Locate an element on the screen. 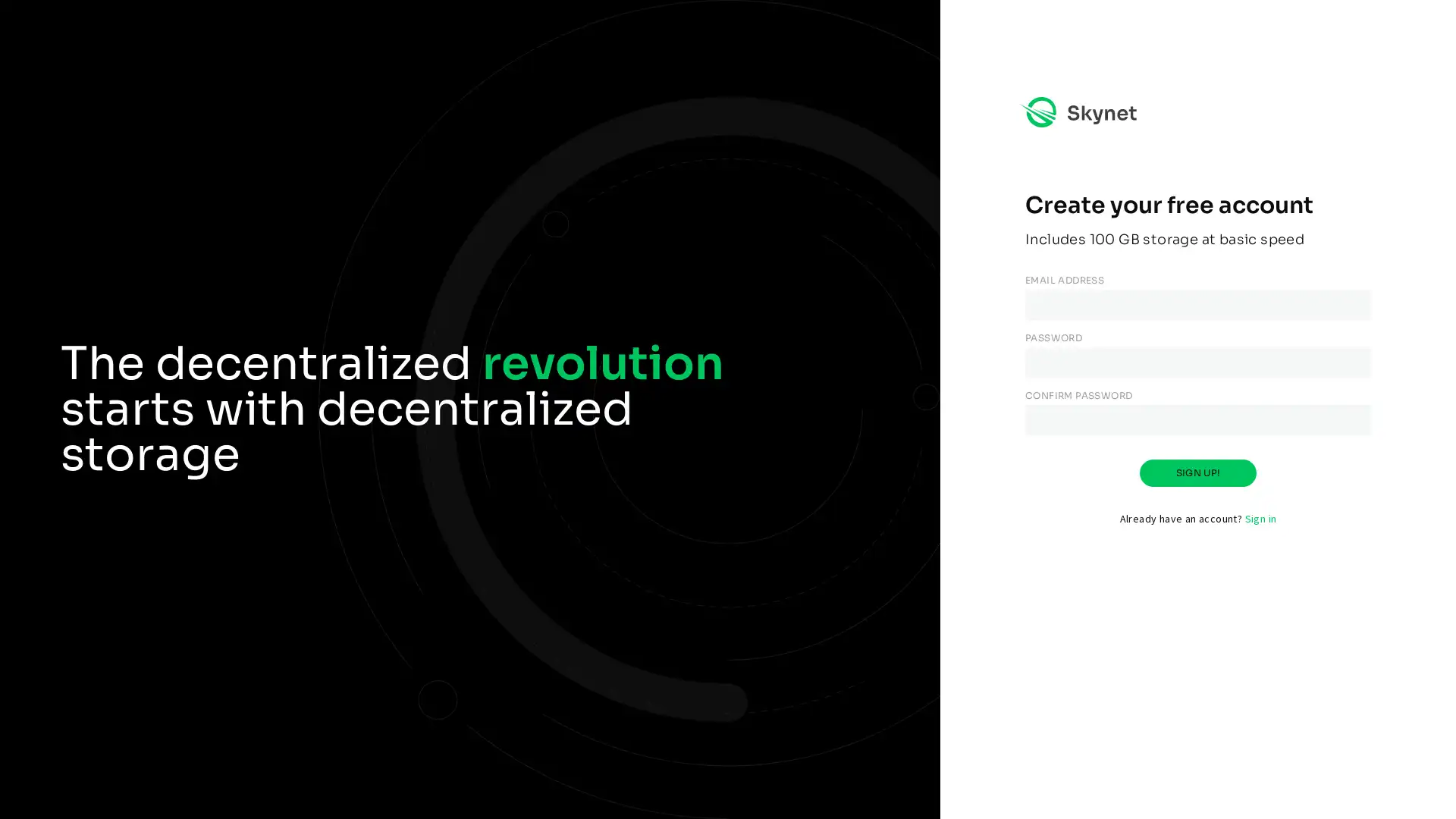 The height and width of the screenshot is (819, 1456). SIGN UP! is located at coordinates (1197, 472).